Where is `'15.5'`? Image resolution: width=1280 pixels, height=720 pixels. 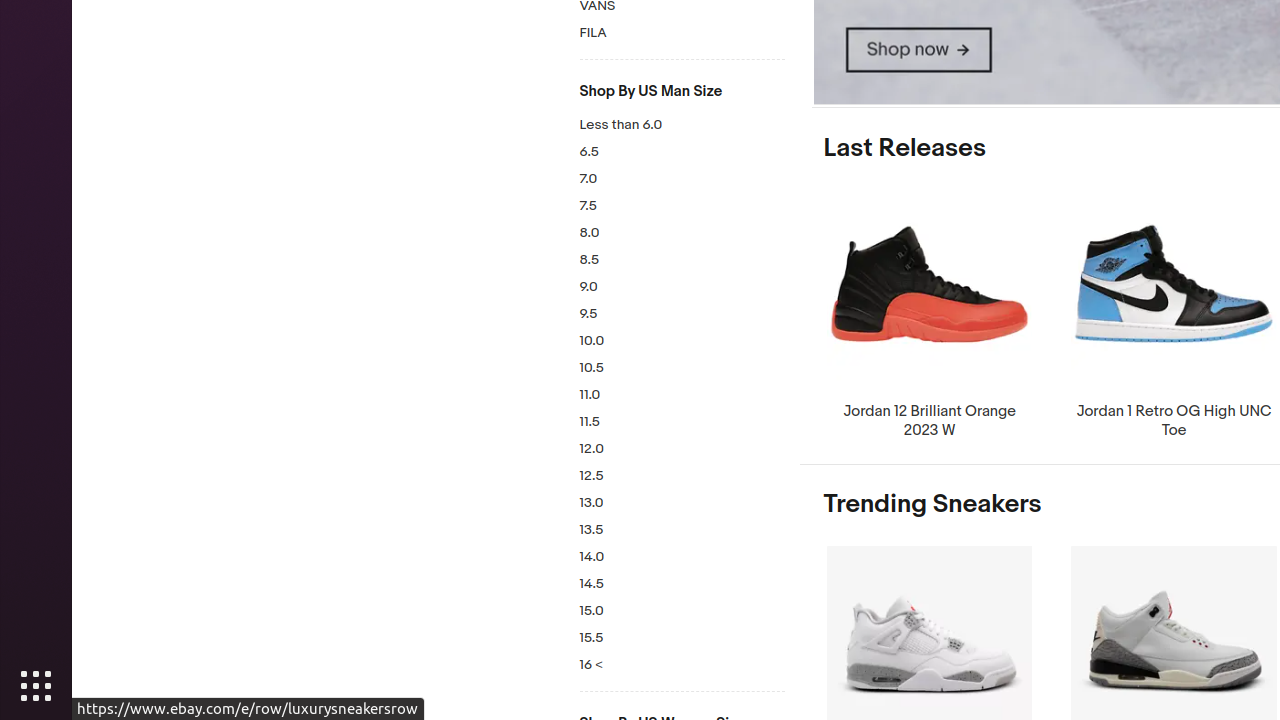 '15.5' is located at coordinates (681, 638).